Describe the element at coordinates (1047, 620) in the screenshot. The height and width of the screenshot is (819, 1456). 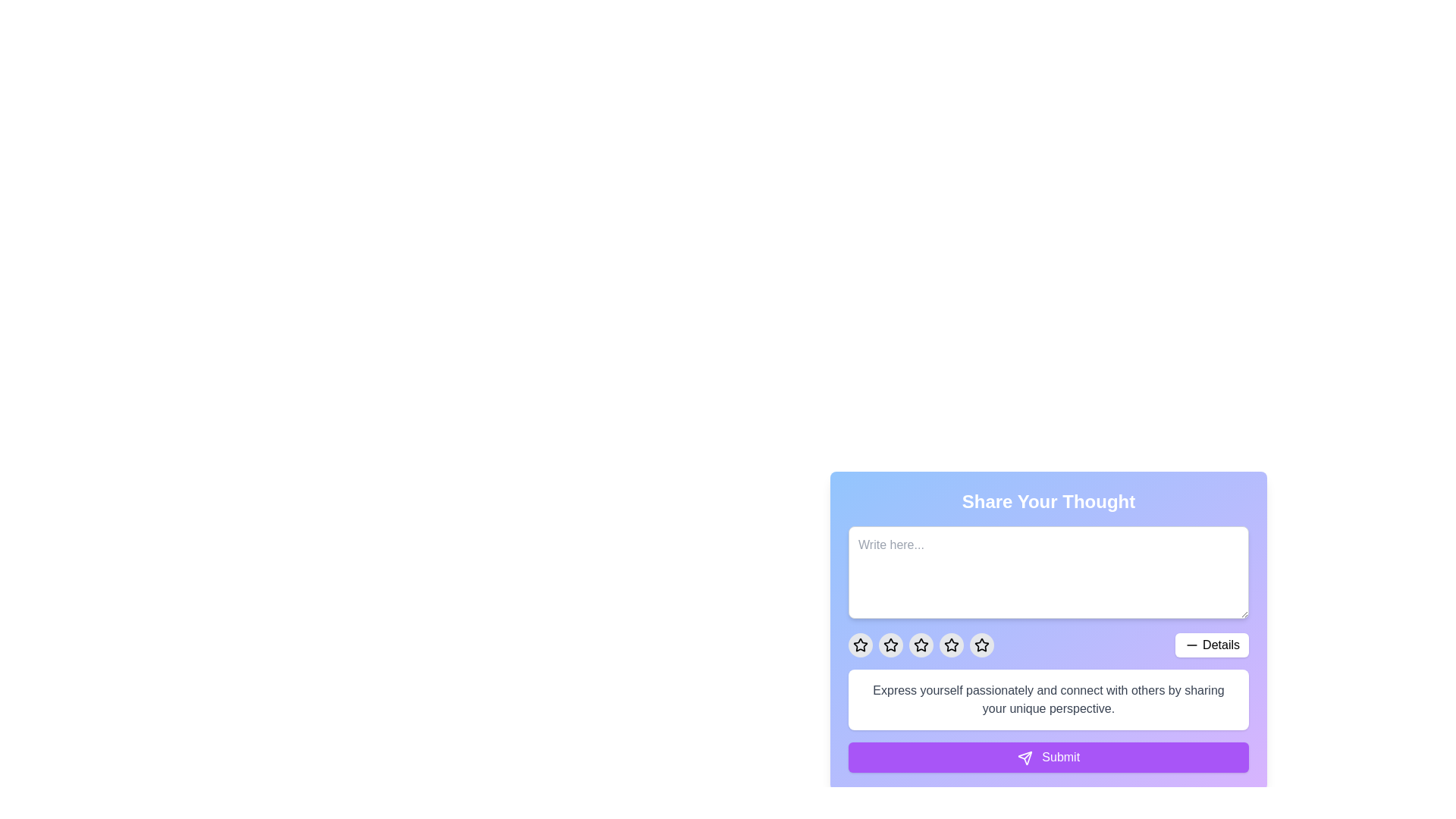
I see `one of the star icons in the Interactive rating component` at that location.